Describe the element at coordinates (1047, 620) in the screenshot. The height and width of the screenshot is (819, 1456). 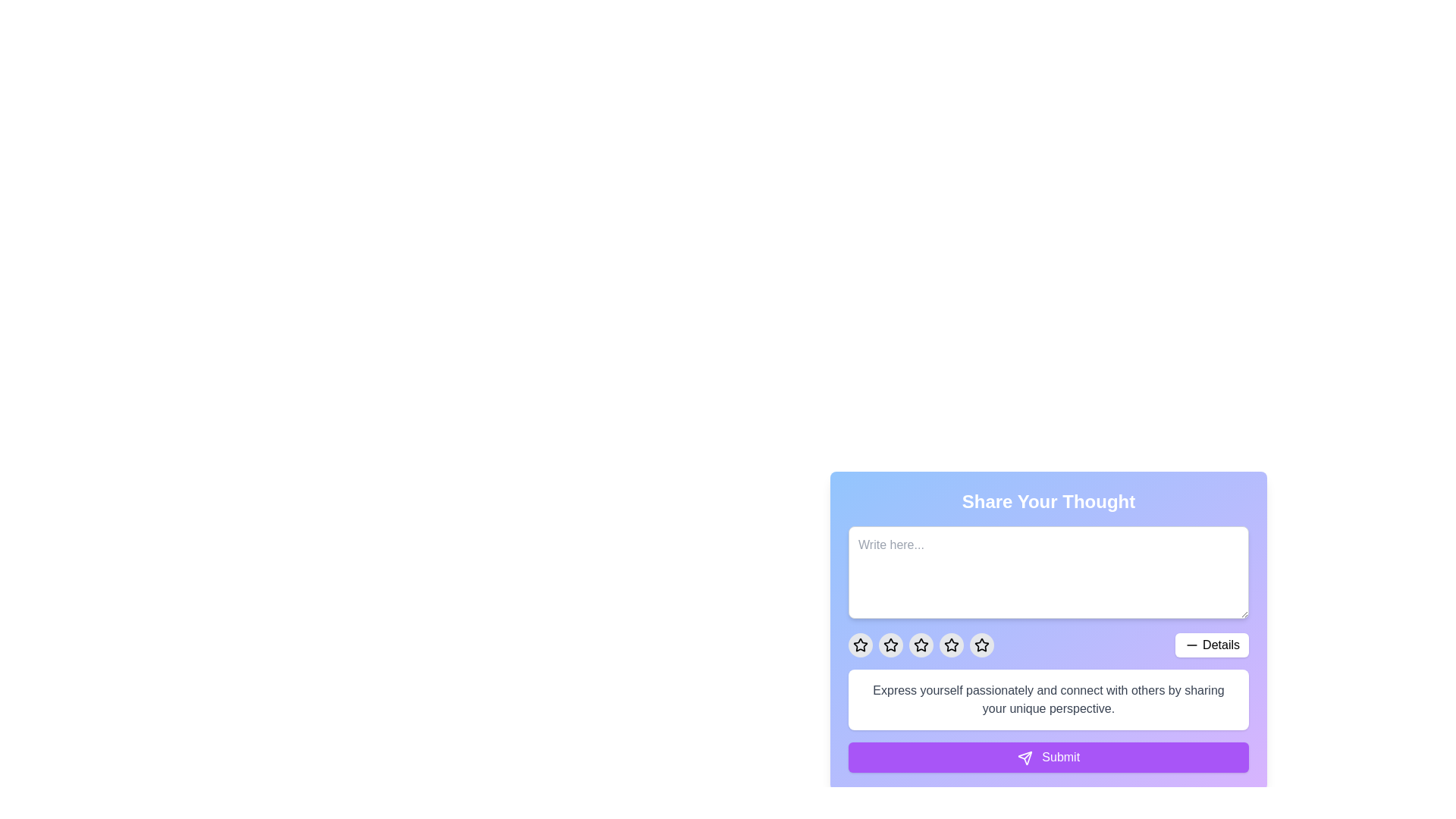
I see `one of the star icons in the Interactive rating component` at that location.